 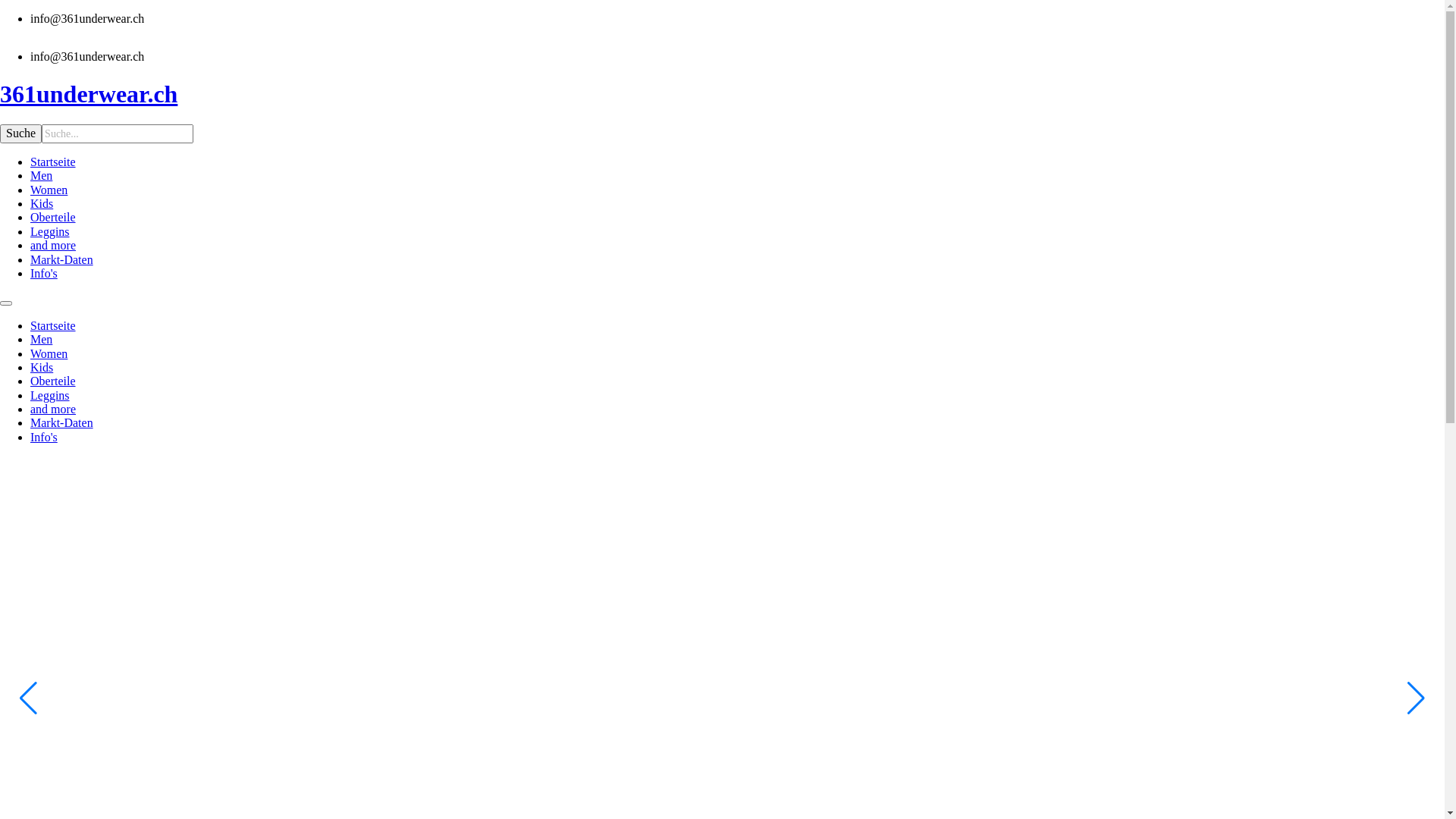 What do you see at coordinates (50, 231) in the screenshot?
I see `'Leggins'` at bounding box center [50, 231].